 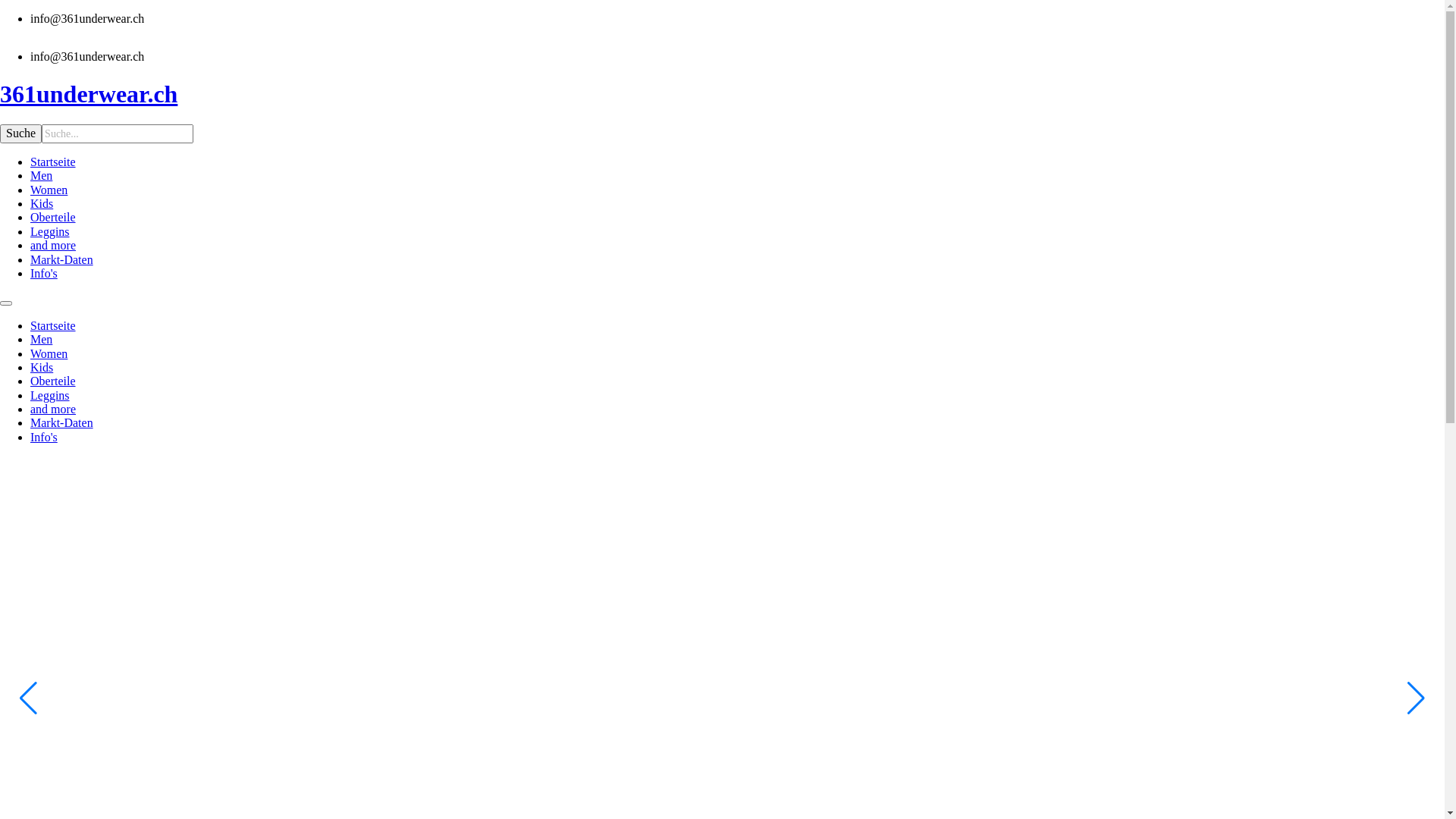 What do you see at coordinates (50, 231) in the screenshot?
I see `'Leggins'` at bounding box center [50, 231].